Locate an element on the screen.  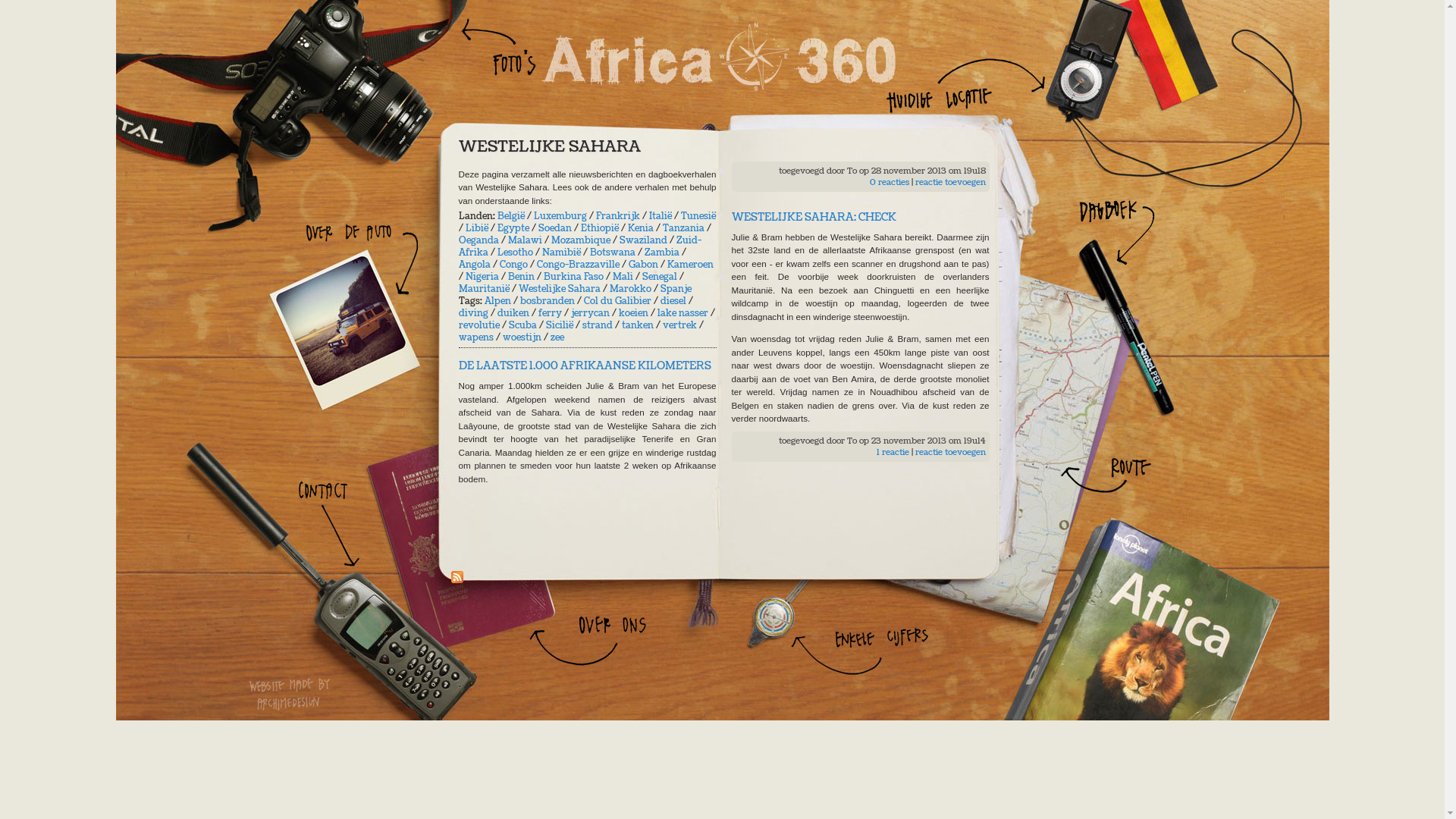
'wapens' is located at coordinates (475, 336).